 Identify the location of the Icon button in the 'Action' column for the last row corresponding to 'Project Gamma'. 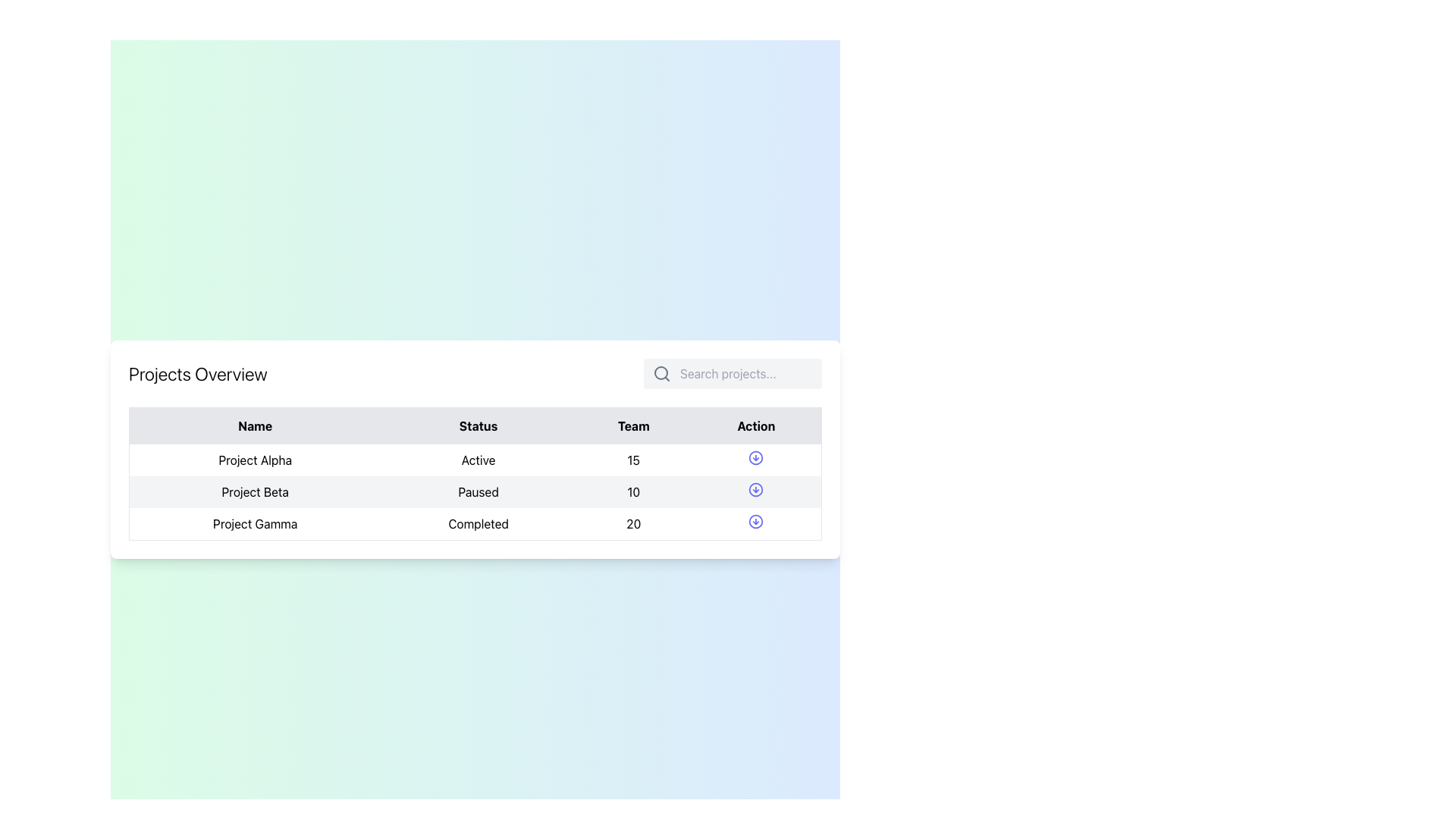
(756, 520).